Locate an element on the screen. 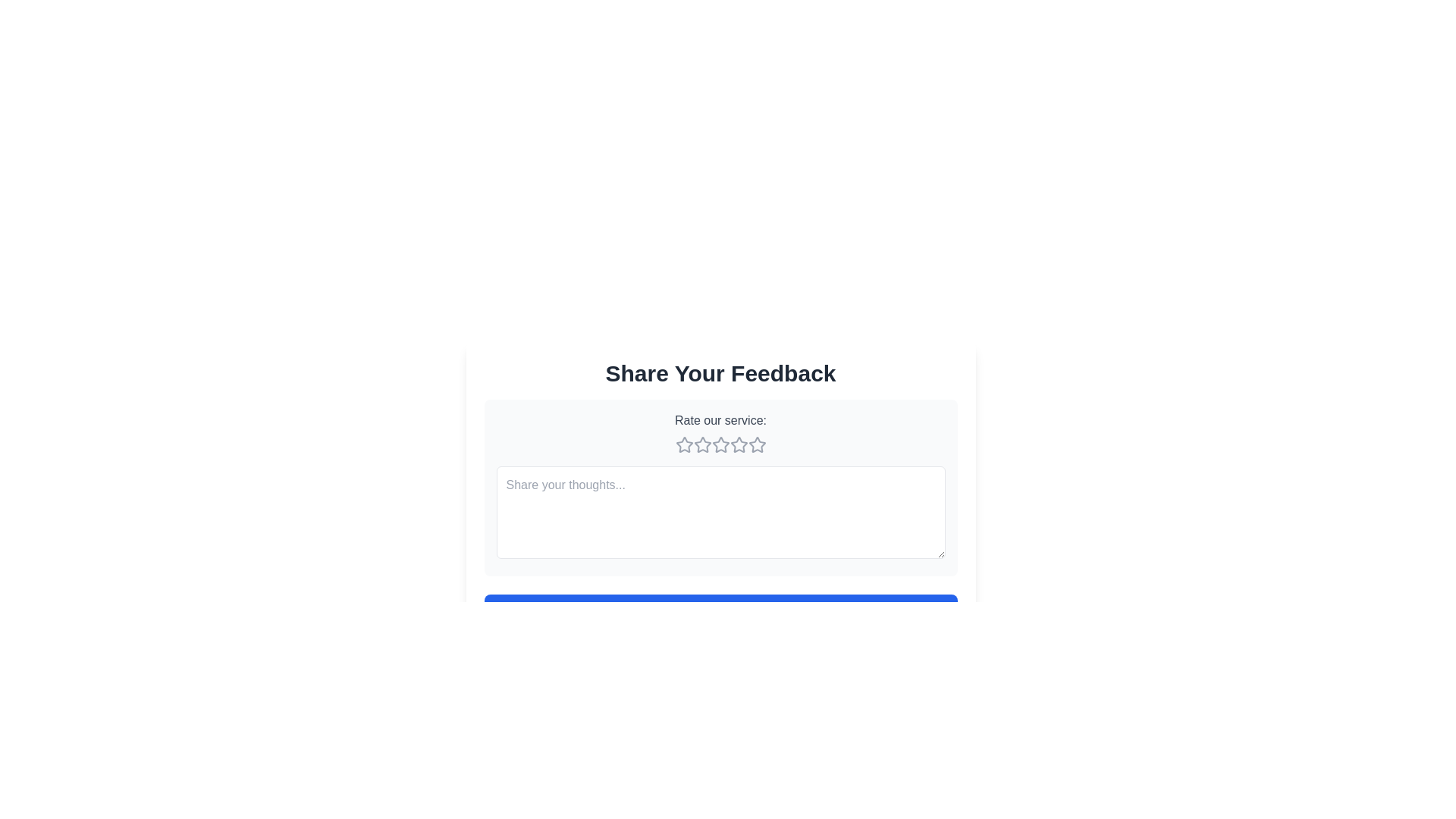 The image size is (1456, 819). the first star icon in the rating system, located under the 'Rate our service:' header, which signifies one star is located at coordinates (701, 444).